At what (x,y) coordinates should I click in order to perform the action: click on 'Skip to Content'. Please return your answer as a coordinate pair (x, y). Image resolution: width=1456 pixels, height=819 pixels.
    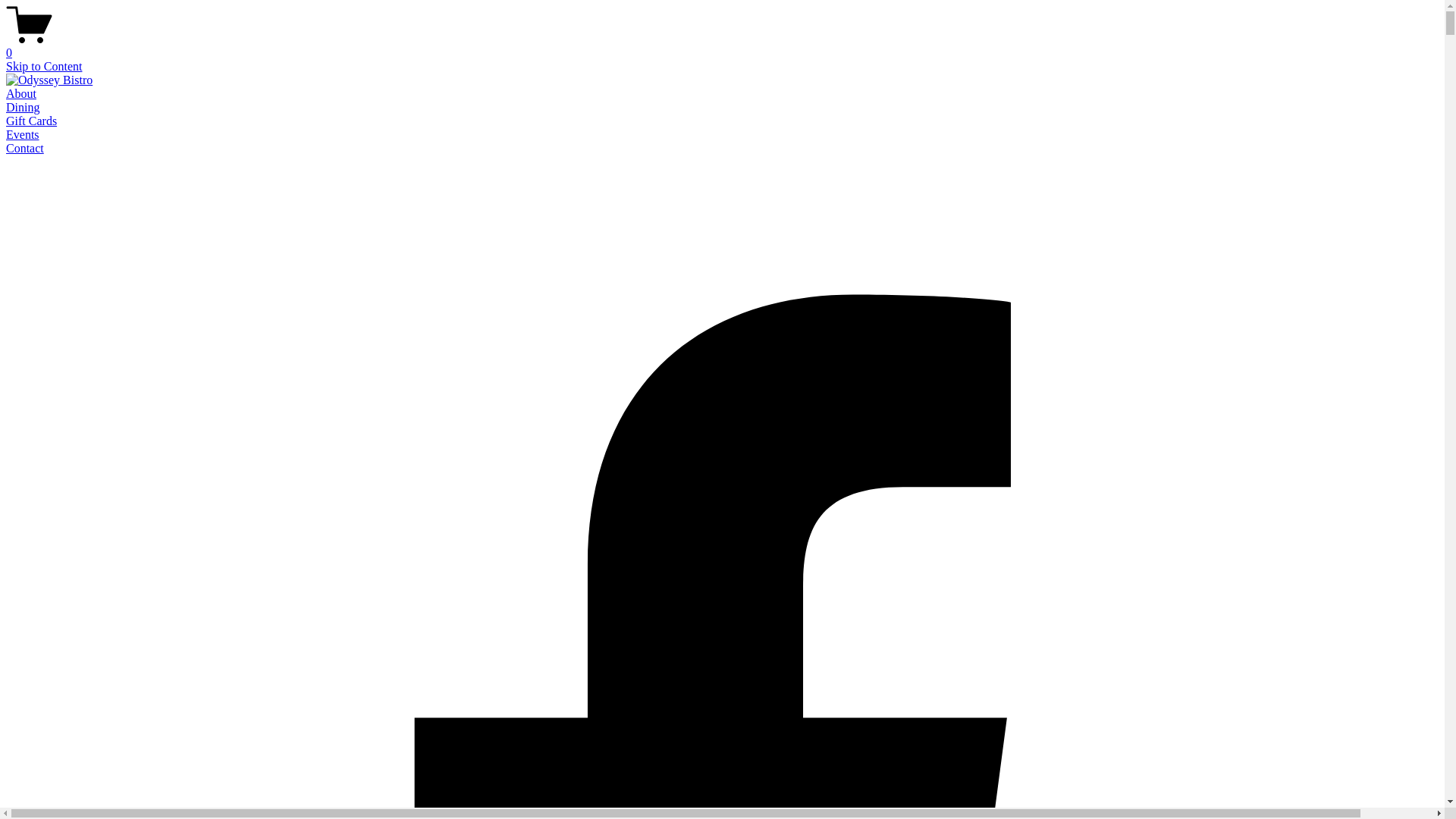
    Looking at the image, I should click on (43, 65).